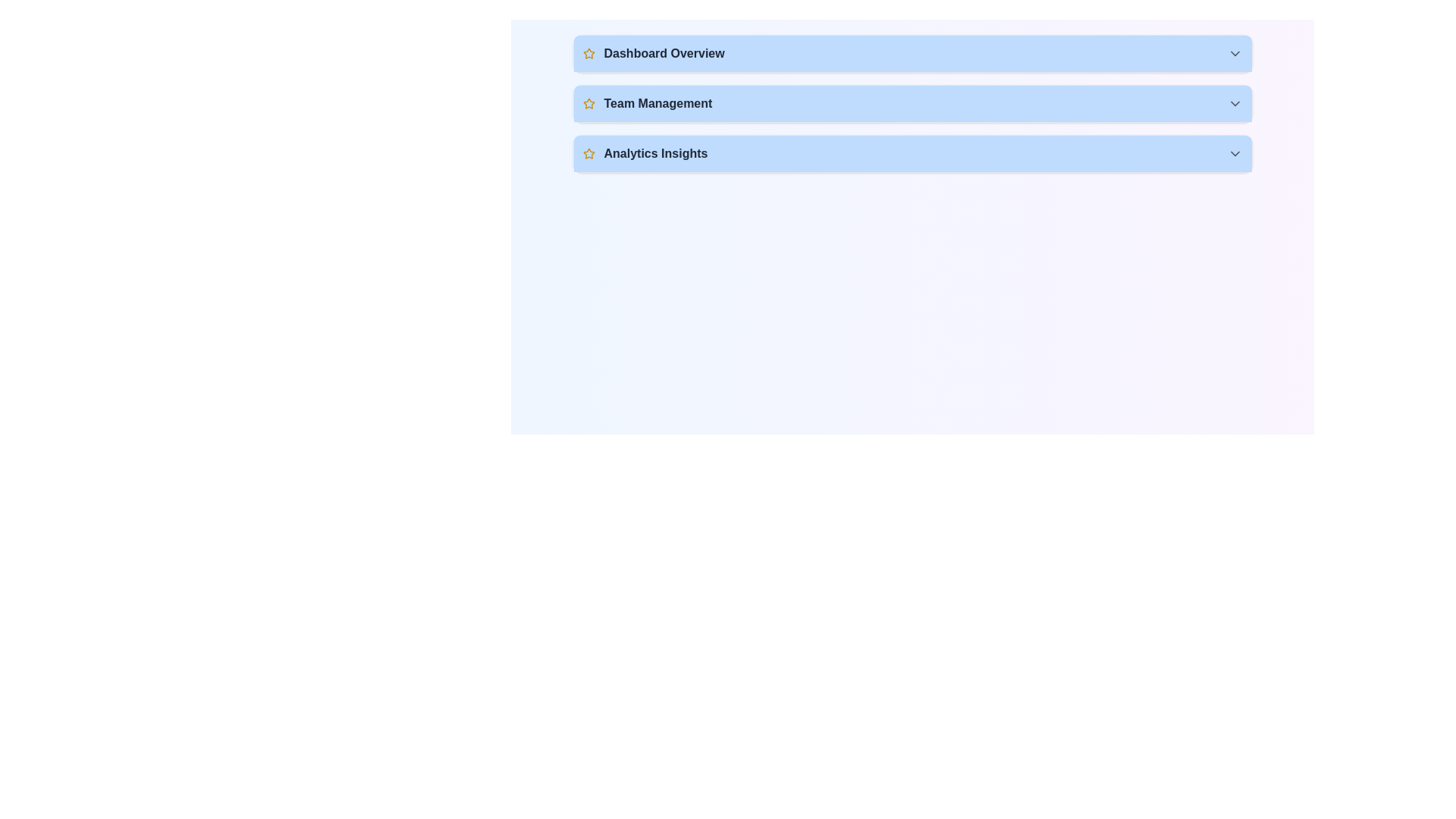 Image resolution: width=1456 pixels, height=819 pixels. I want to click on the Chevron Down icon located at the far-right side of the 'Analytics Insights' row to receive visual feedback, so click(1235, 154).